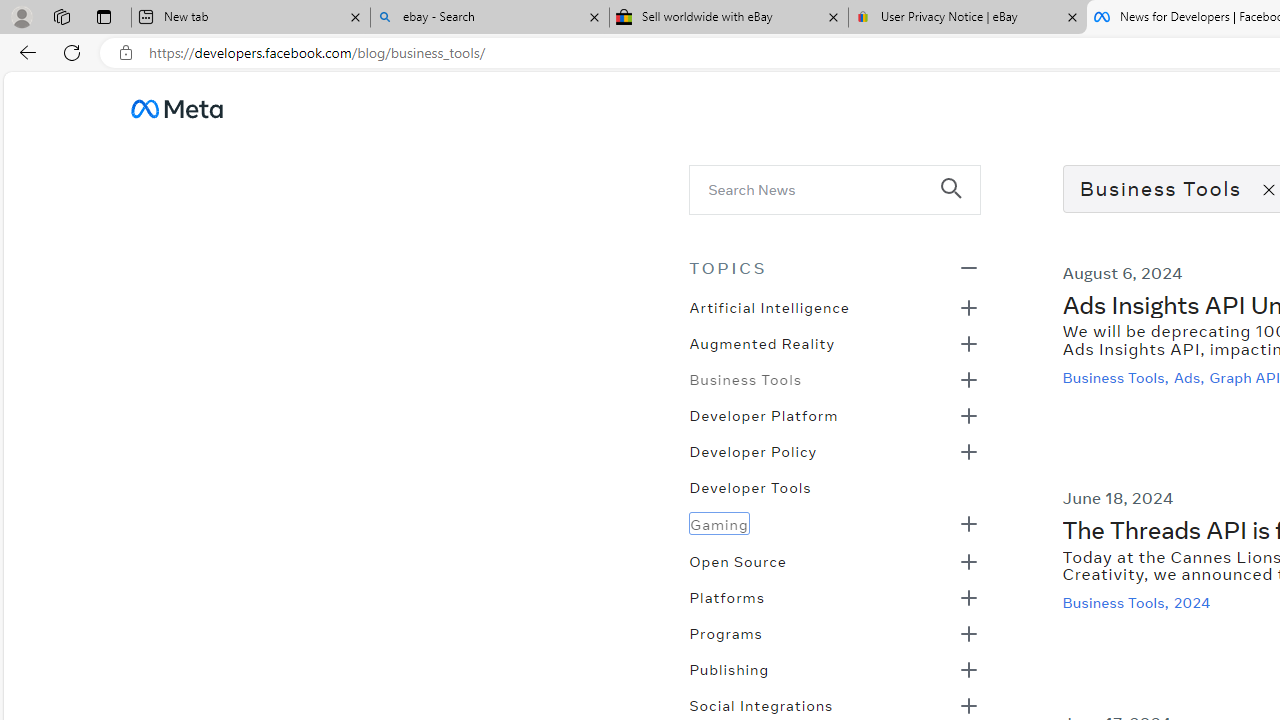 The height and width of the screenshot is (720, 1280). I want to click on 'Gaming', so click(719, 522).